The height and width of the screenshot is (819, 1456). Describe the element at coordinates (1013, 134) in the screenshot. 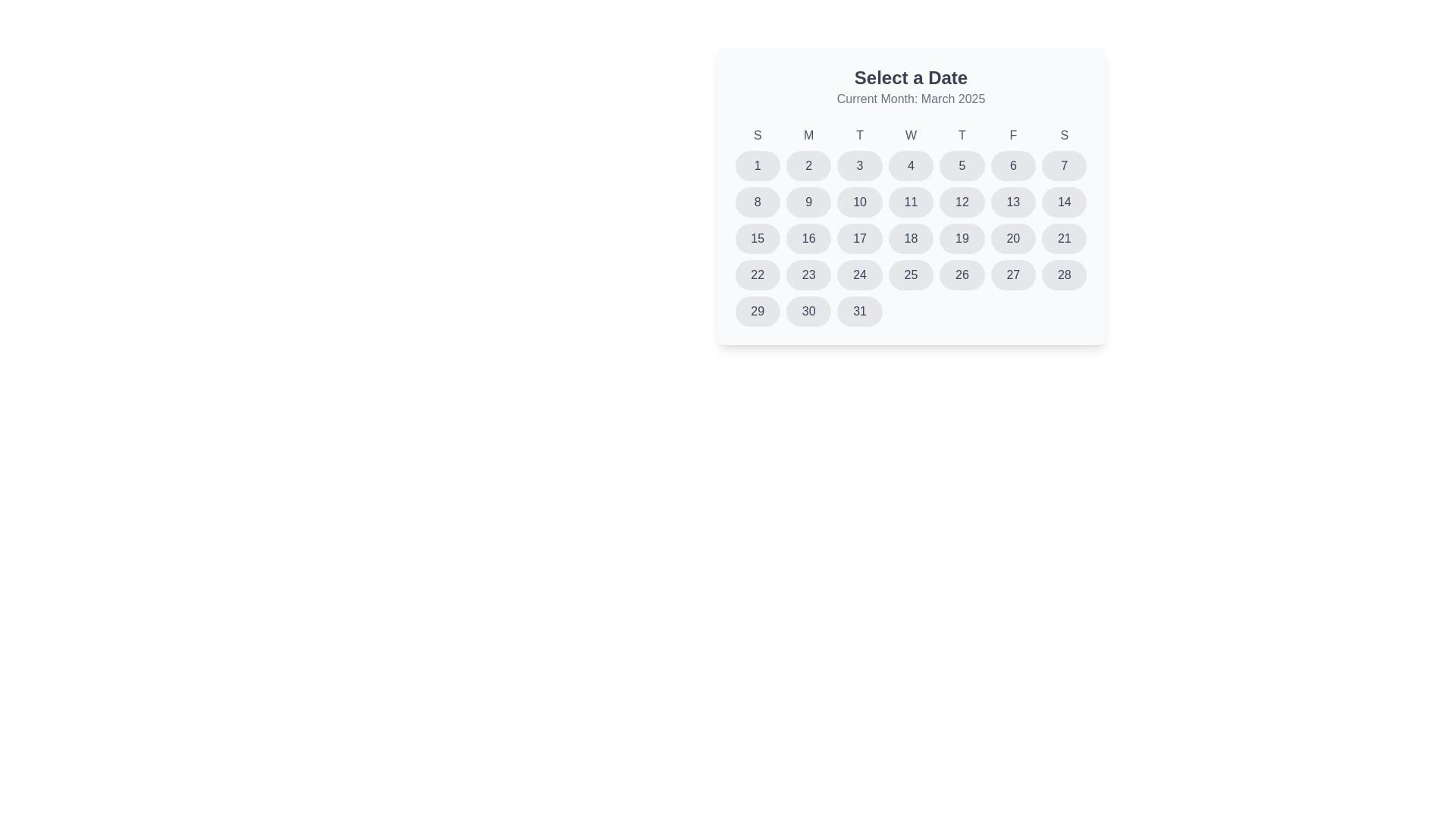

I see `the text label for Friday in the calendar, which is the sixth label in the grid layout, positioned between Thursday and Saturday` at that location.